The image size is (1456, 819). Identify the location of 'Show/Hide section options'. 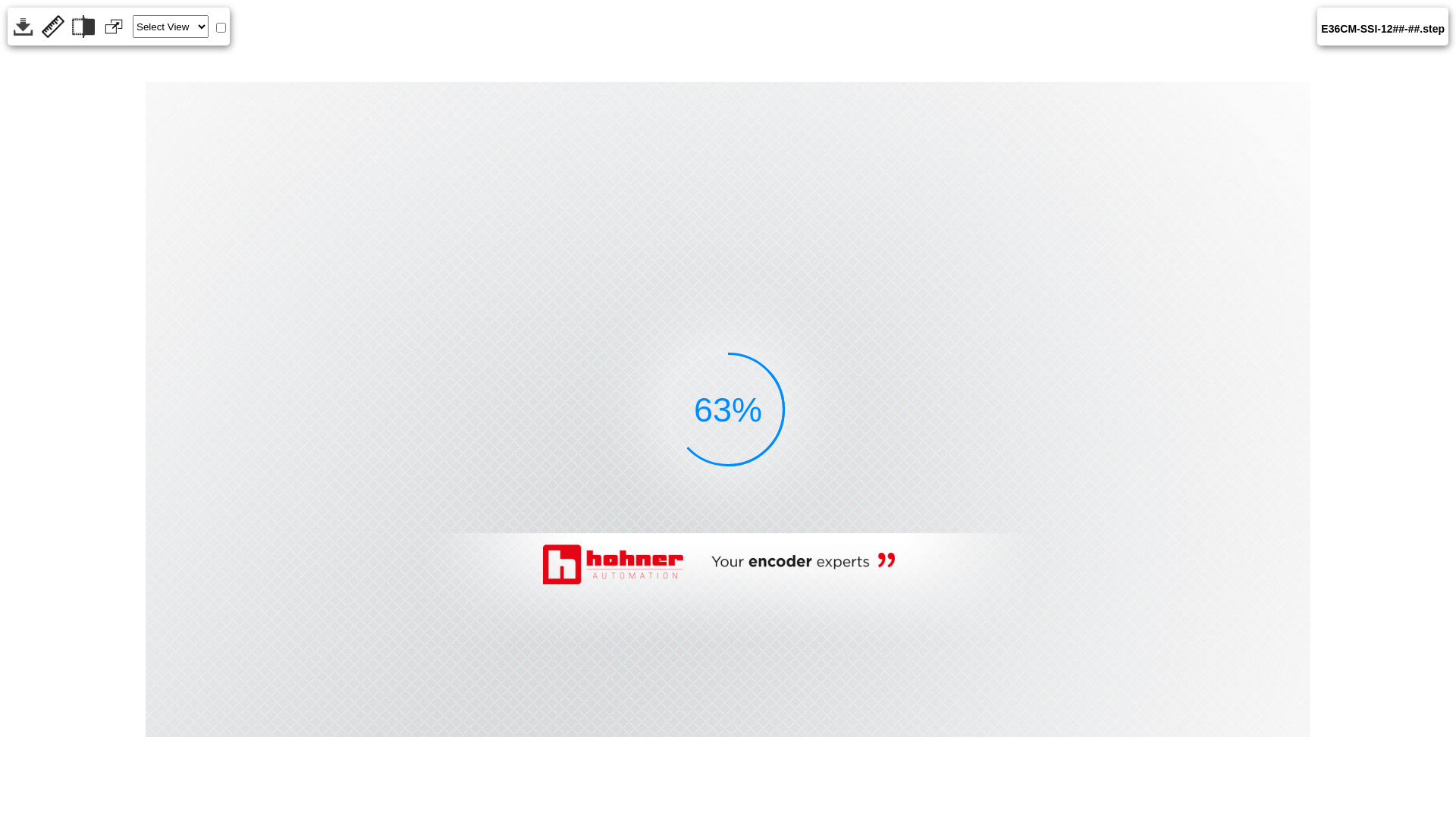
(83, 26).